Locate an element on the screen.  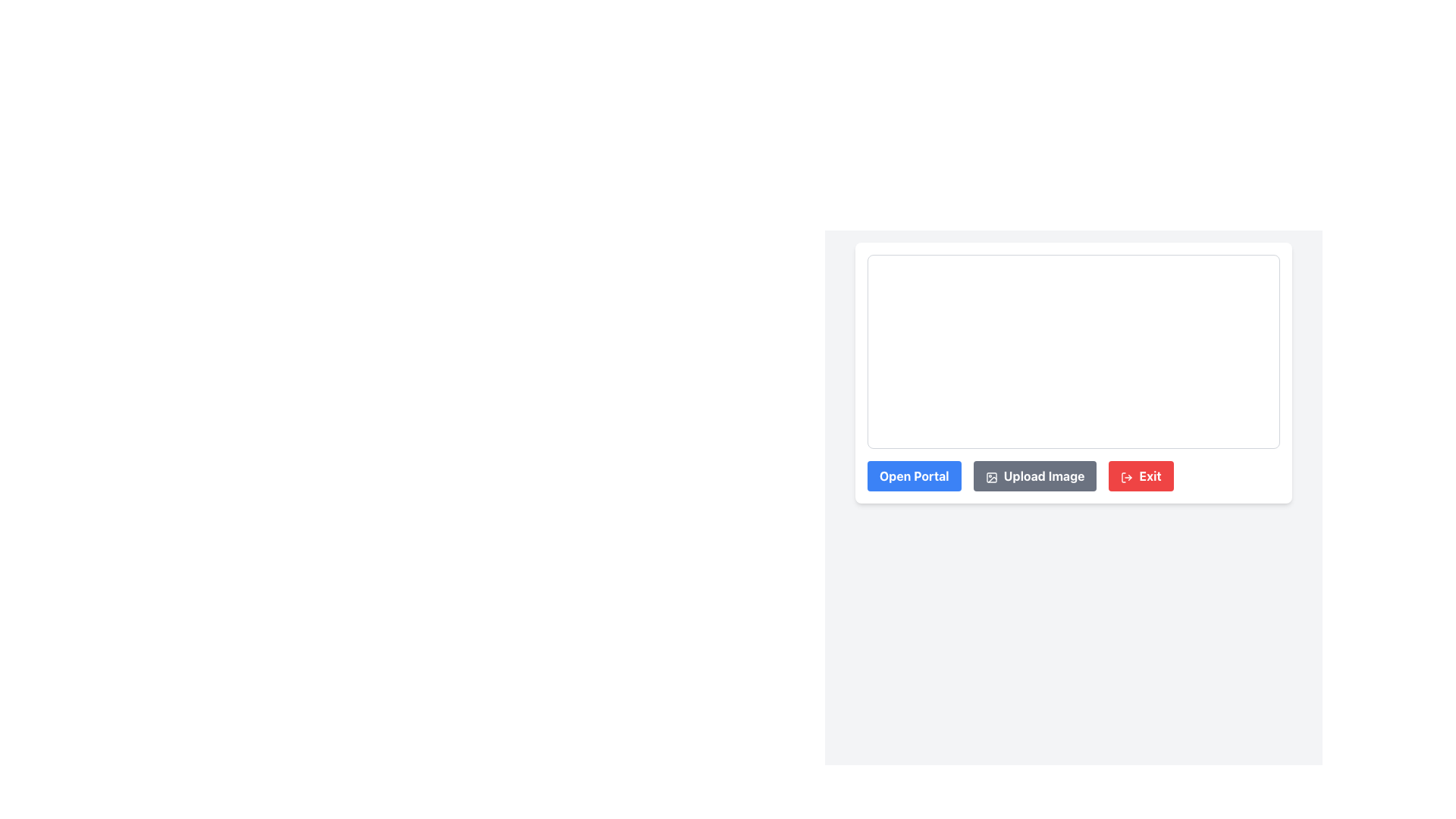
the small icon resembling a simplified depiction of an image, located to the left of the 'Upload Image' button text is located at coordinates (991, 476).